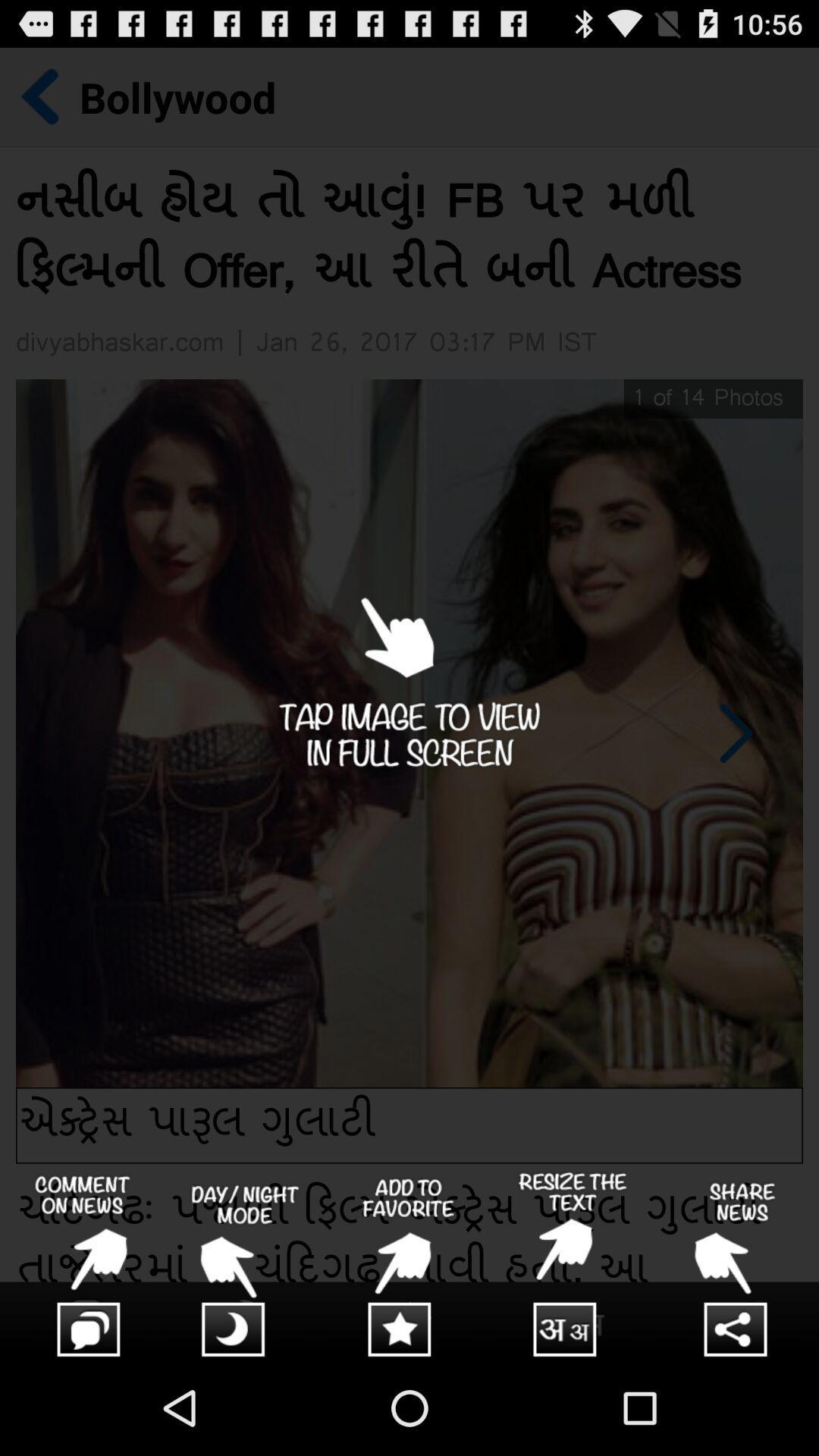 The image size is (819, 1456). Describe the element at coordinates (409, 703) in the screenshot. I see `tap image box` at that location.